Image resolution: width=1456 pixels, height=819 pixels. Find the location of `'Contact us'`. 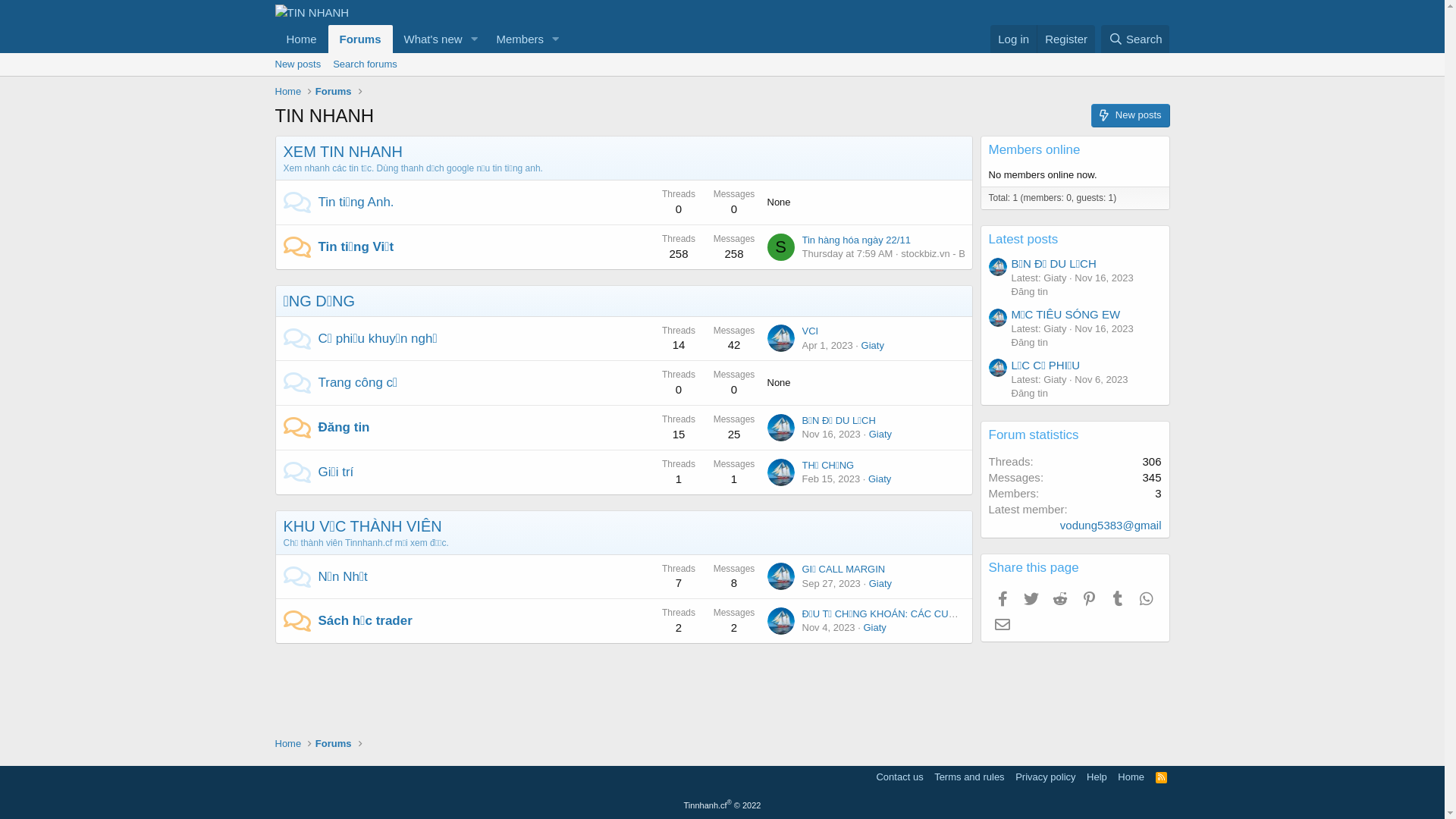

'Contact us' is located at coordinates (899, 777).